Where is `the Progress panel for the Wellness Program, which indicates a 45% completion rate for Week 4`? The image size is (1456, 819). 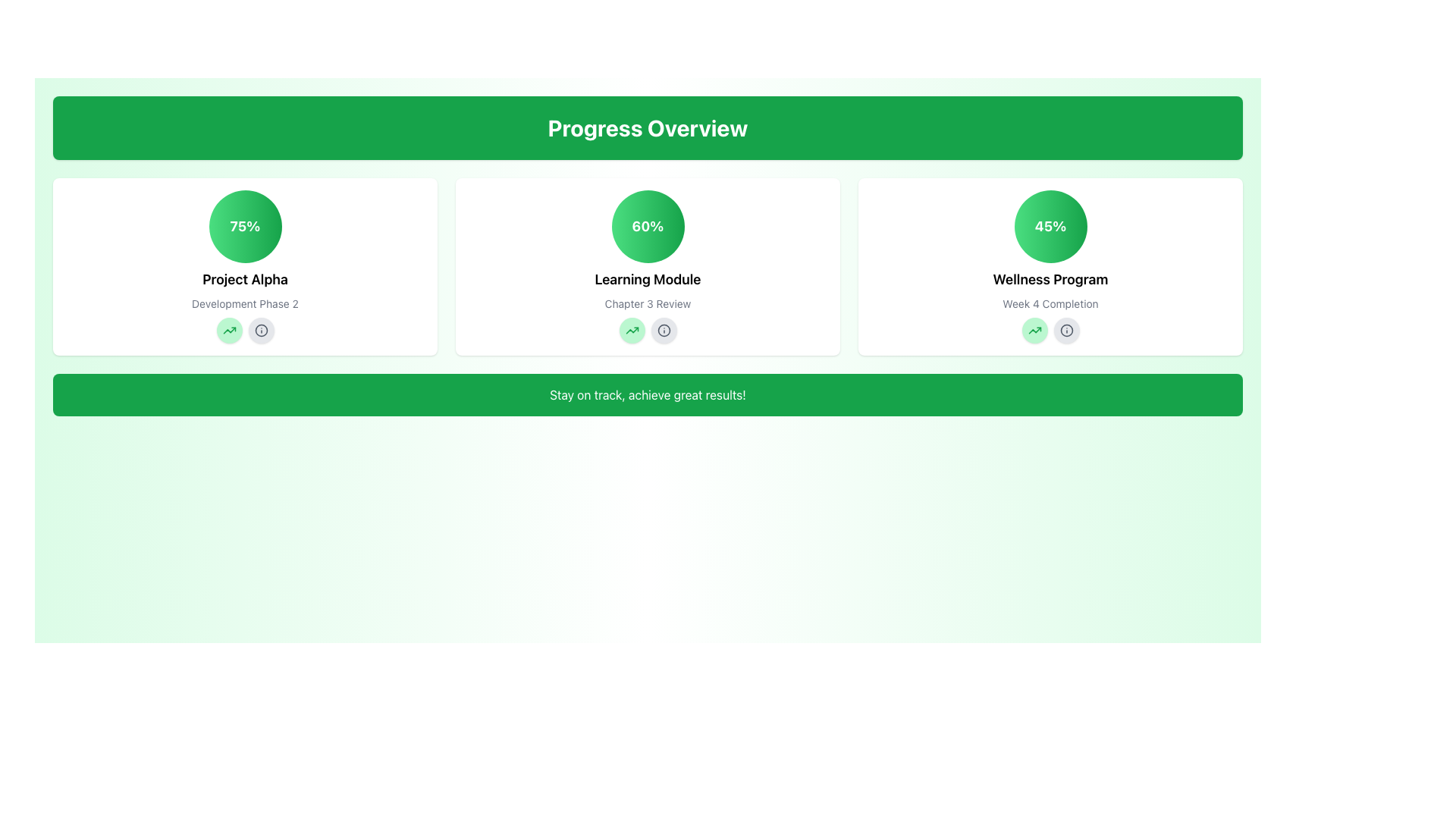 the Progress panel for the Wellness Program, which indicates a 45% completion rate for Week 4 is located at coordinates (1050, 265).